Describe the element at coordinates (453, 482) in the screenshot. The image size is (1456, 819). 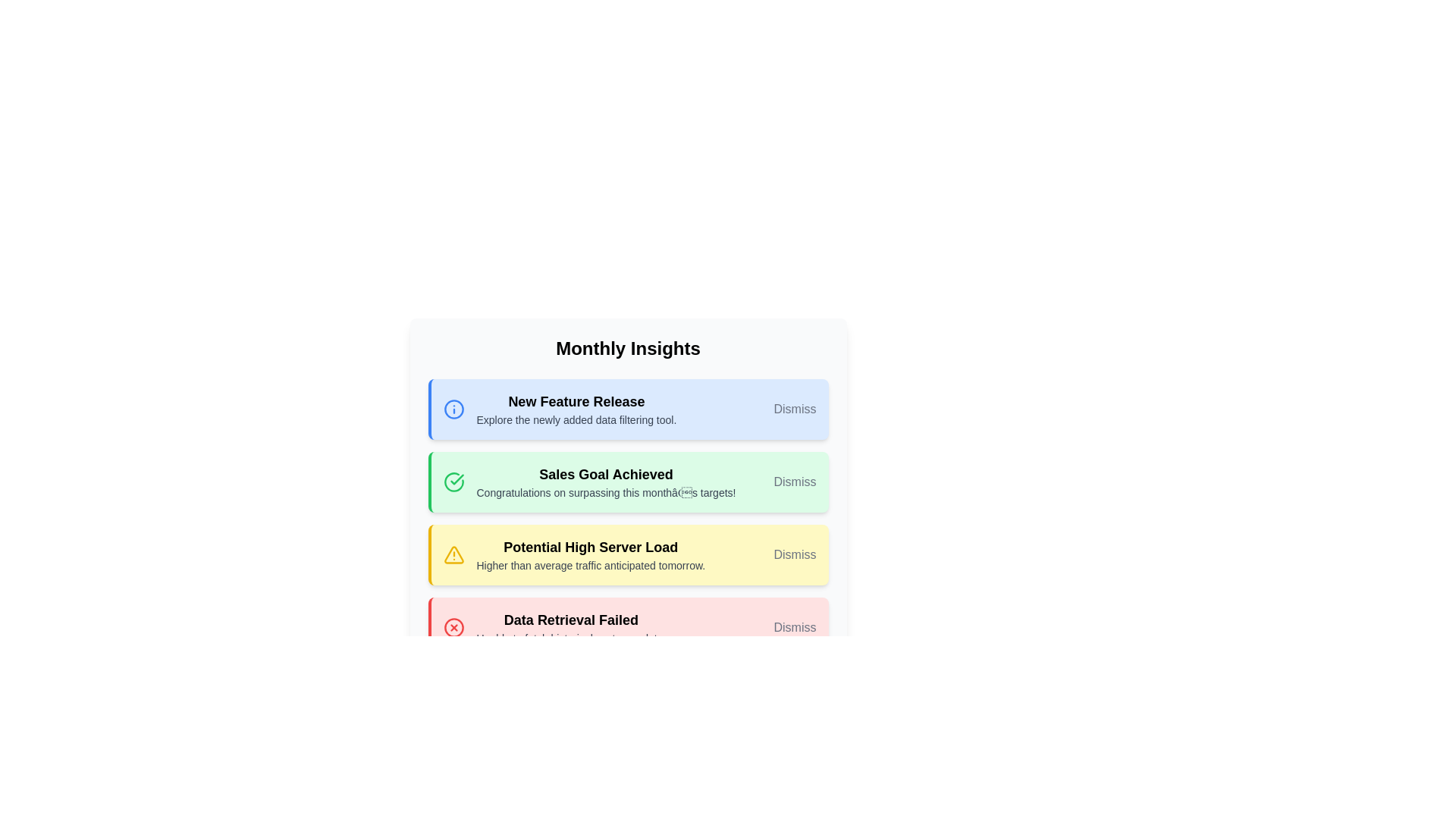
I see `circular green checkmark icon located to the left of the 'Sales Goal Achieved' text in the green-highlighted notification panel` at that location.